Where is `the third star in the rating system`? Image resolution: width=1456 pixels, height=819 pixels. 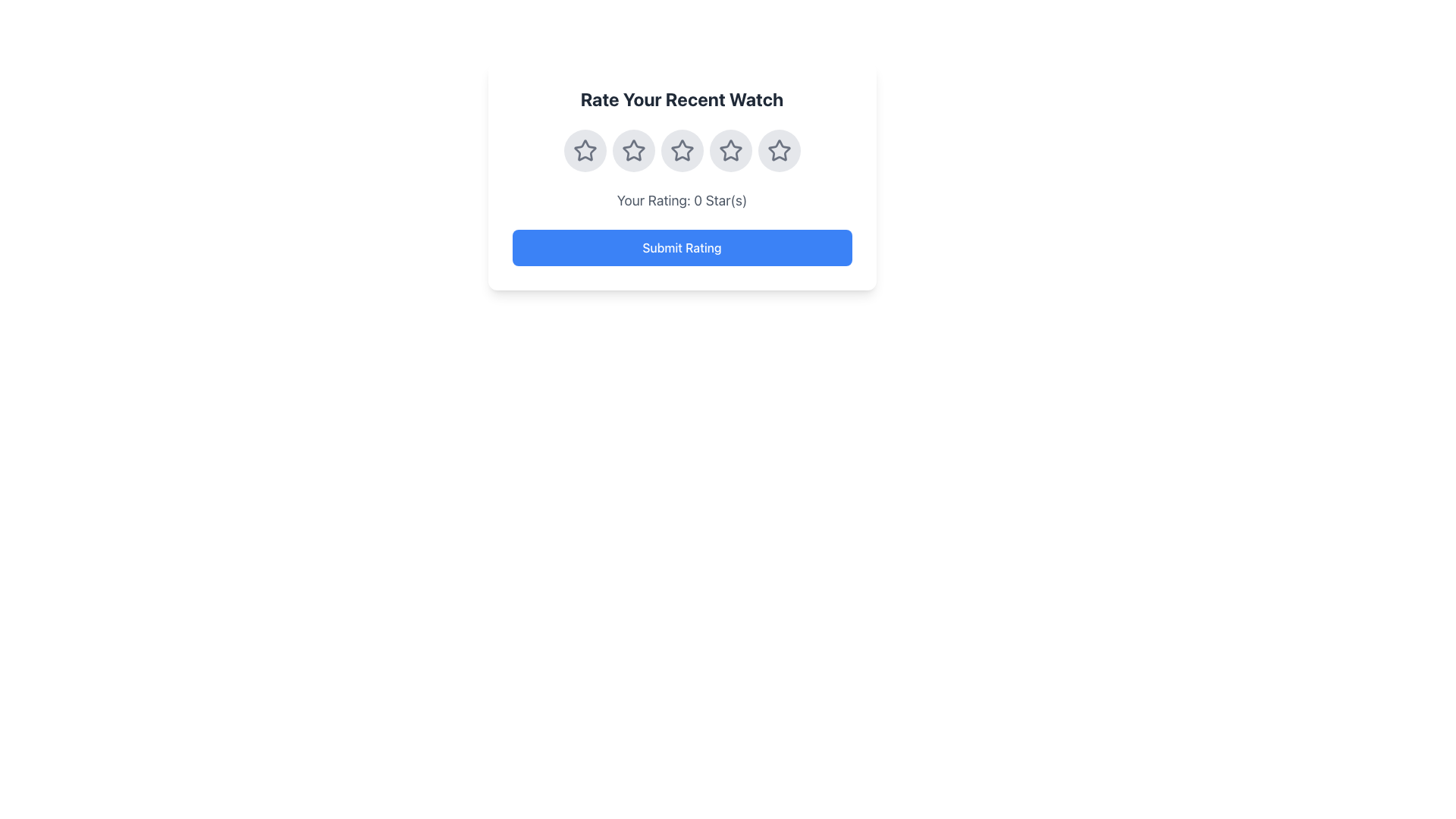
the third star in the rating system is located at coordinates (681, 151).